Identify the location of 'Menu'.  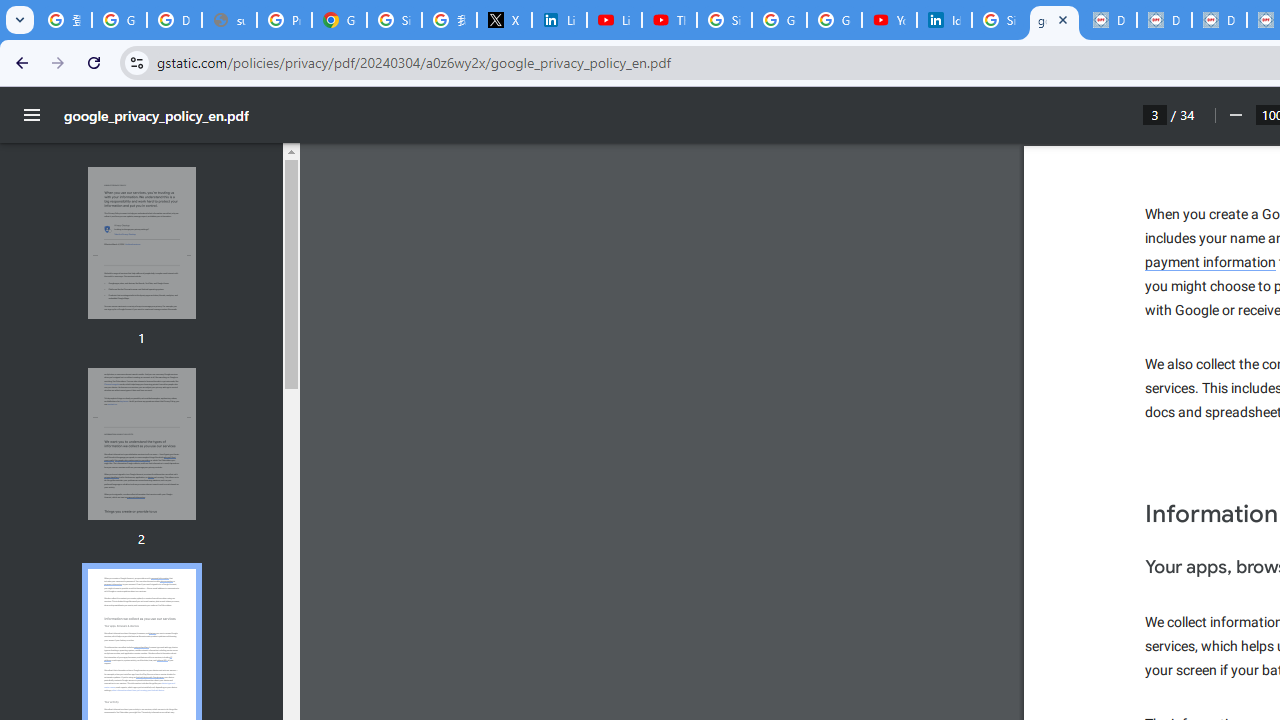
(32, 115).